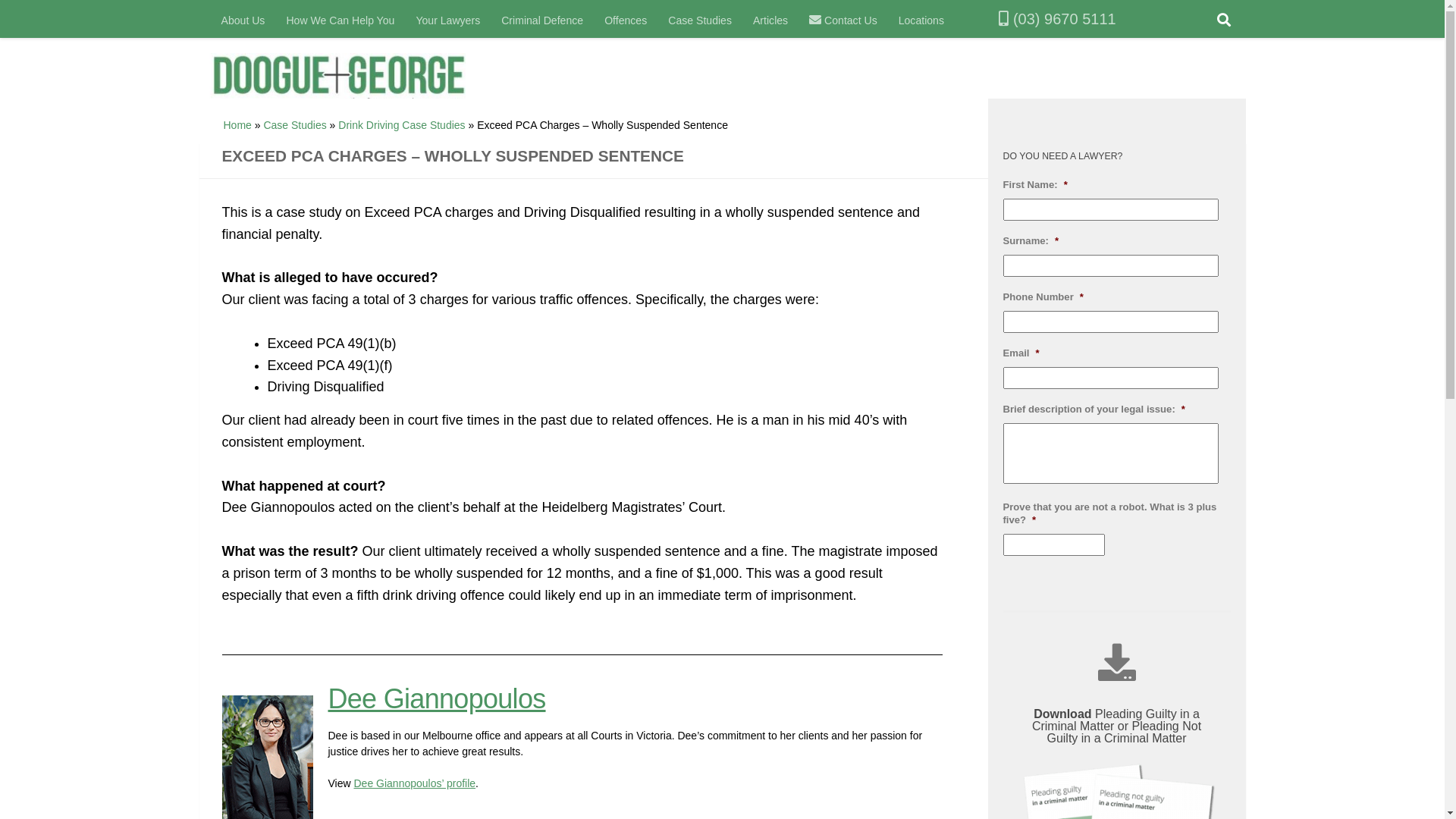 Image resolution: width=1456 pixels, height=819 pixels. Describe the element at coordinates (243, 20) in the screenshot. I see `'About Us'` at that location.